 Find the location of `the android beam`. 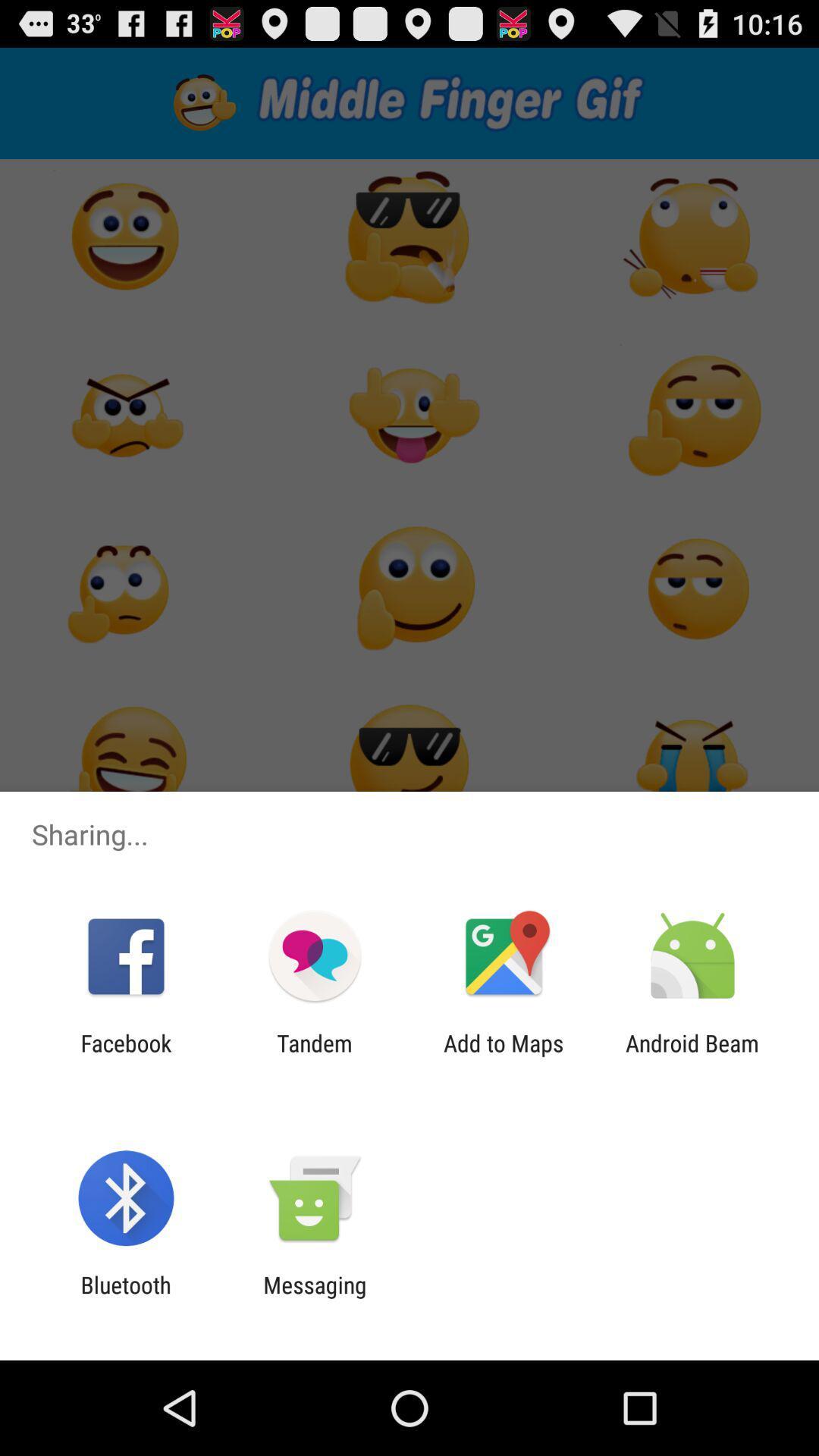

the android beam is located at coordinates (692, 1056).